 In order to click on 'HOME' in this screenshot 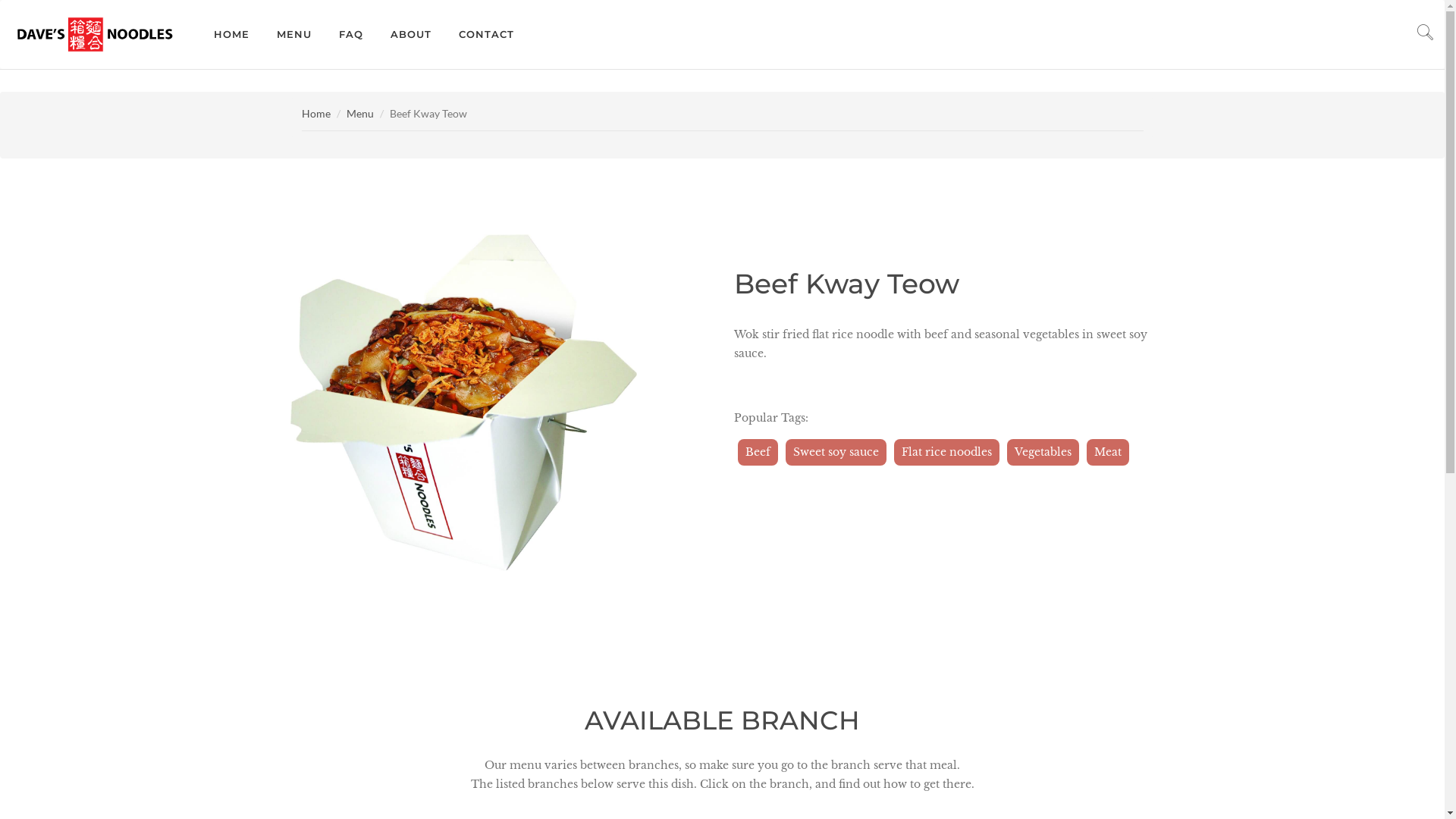, I will do `click(231, 34)`.